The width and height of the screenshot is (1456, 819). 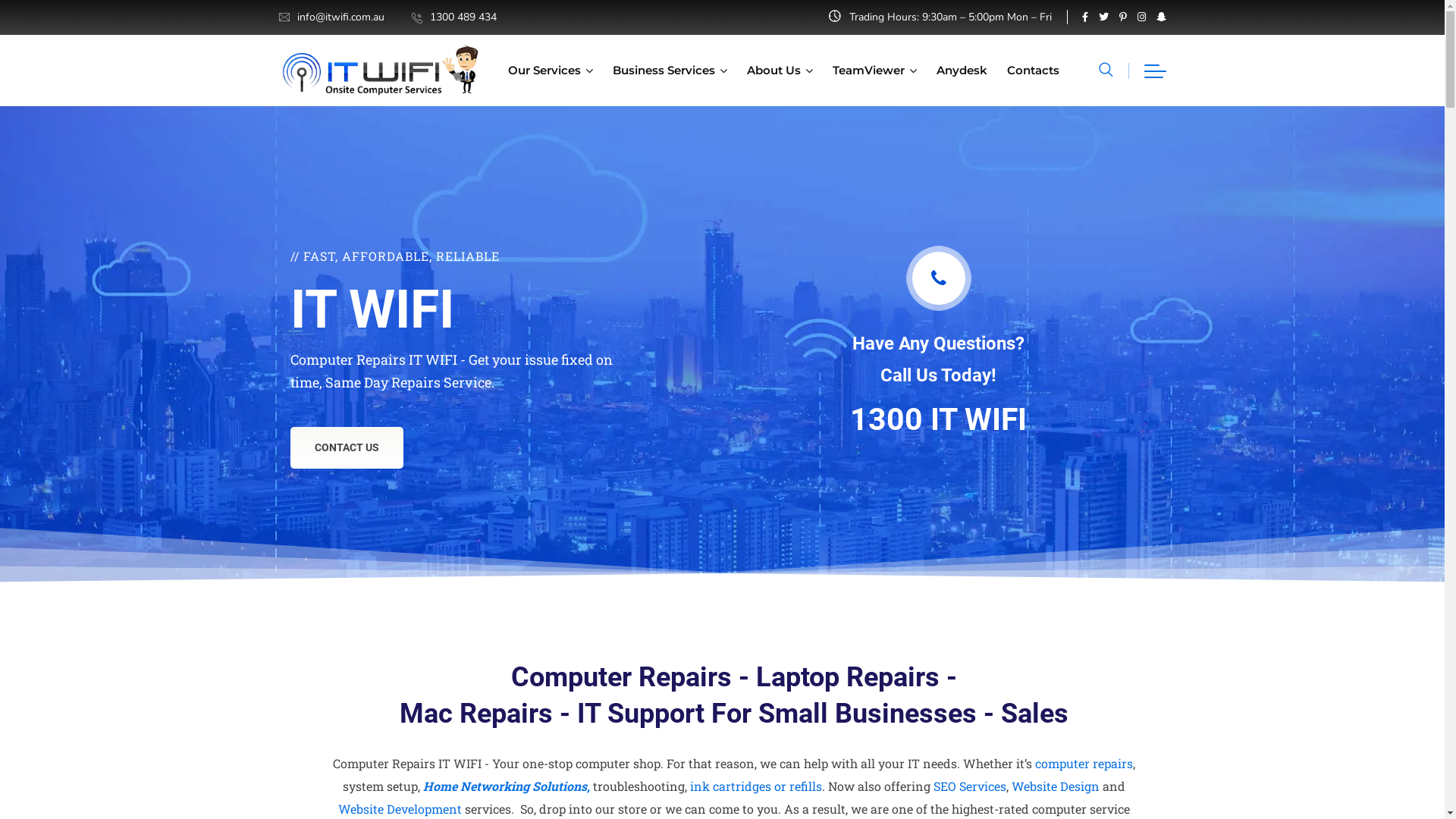 What do you see at coordinates (756, 785) in the screenshot?
I see `'ink cartridges or refills'` at bounding box center [756, 785].